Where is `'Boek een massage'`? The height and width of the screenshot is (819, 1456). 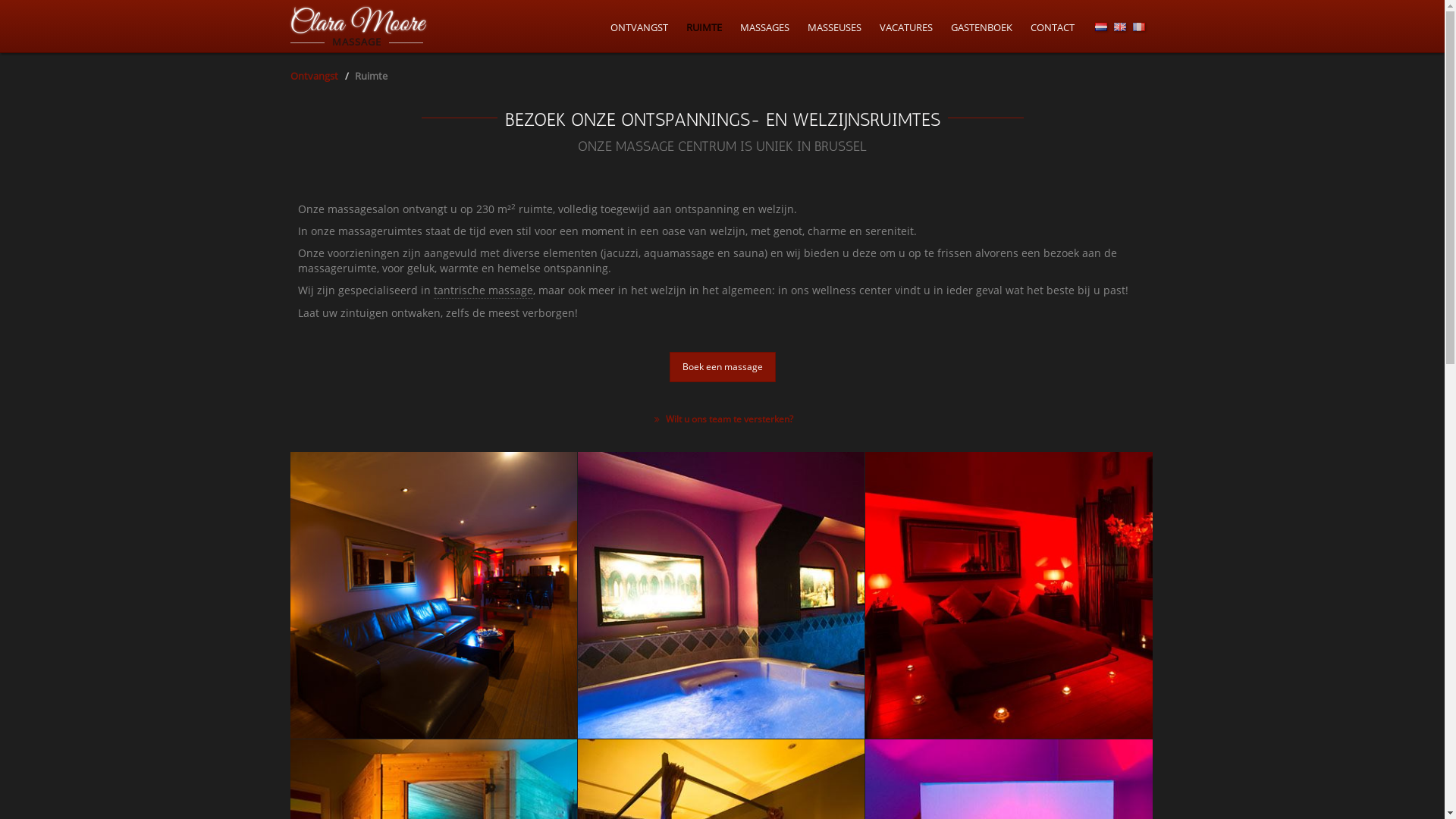 'Boek een massage' is located at coordinates (720, 366).